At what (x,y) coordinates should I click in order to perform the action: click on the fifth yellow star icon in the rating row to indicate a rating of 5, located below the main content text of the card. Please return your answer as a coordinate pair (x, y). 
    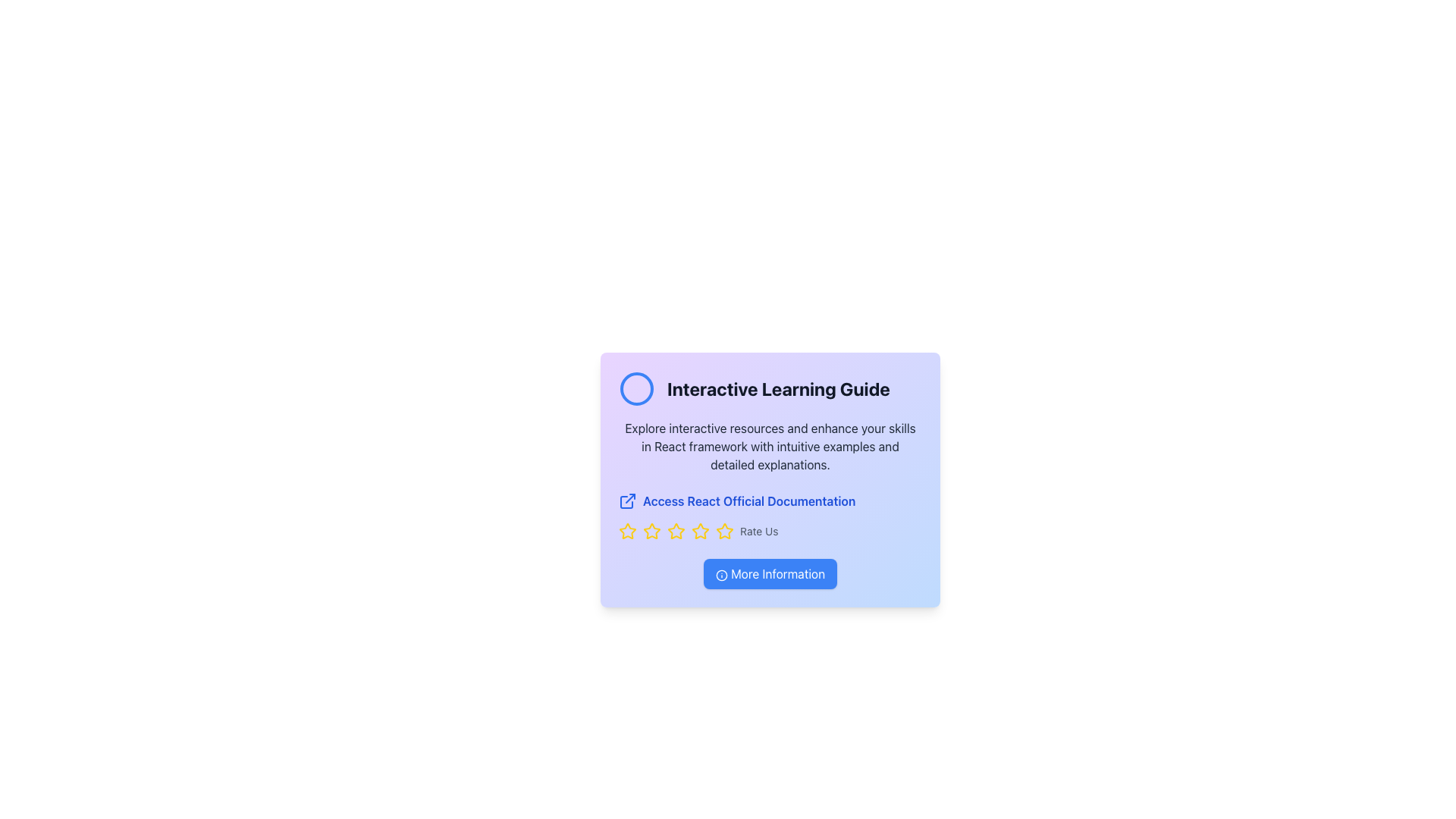
    Looking at the image, I should click on (723, 531).